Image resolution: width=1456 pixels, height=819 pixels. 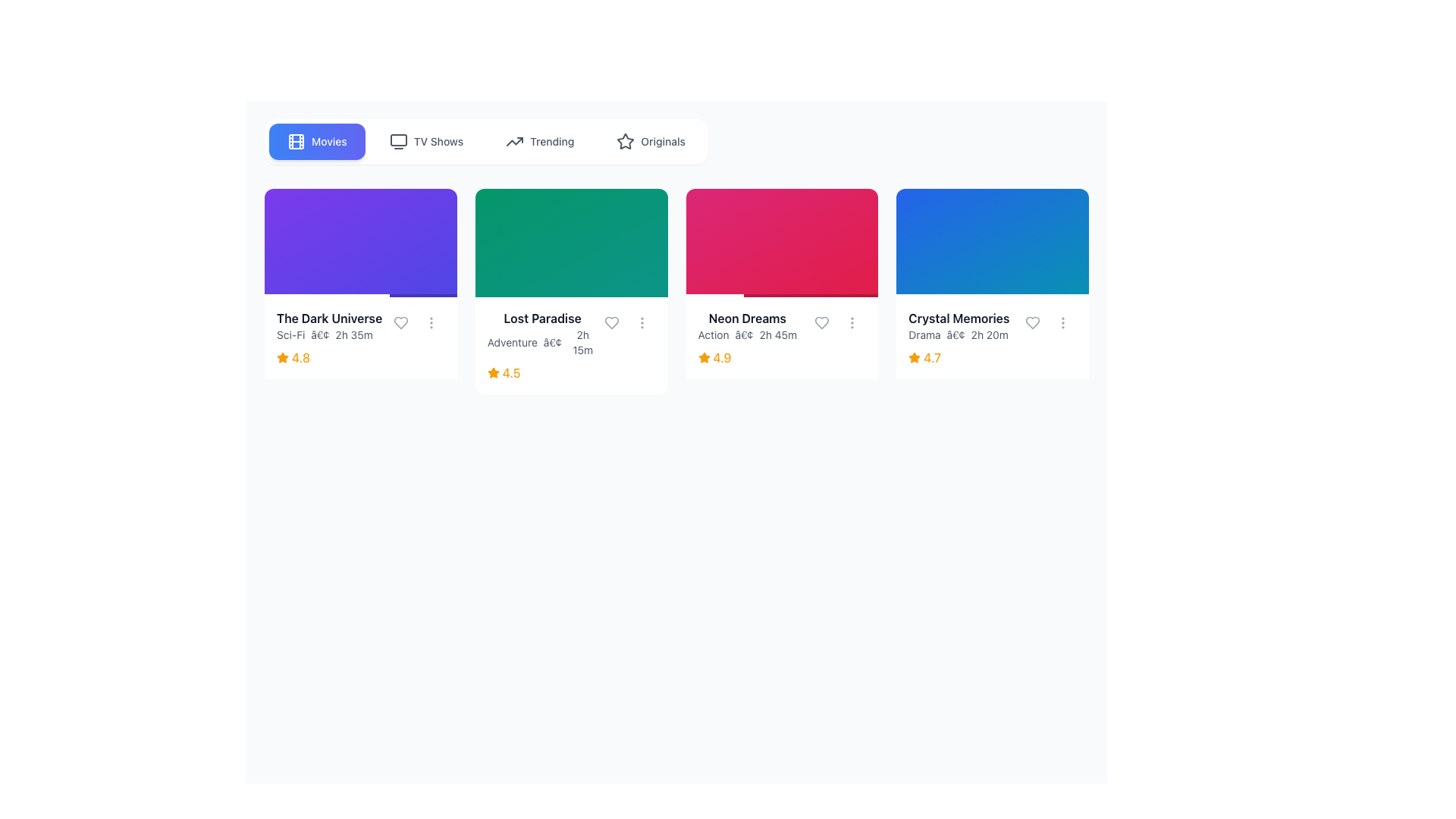 What do you see at coordinates (651, 141) in the screenshot?
I see `the Navigation Button labeled 'Originals' which is the fourth option in the horizontal navigation bar` at bounding box center [651, 141].